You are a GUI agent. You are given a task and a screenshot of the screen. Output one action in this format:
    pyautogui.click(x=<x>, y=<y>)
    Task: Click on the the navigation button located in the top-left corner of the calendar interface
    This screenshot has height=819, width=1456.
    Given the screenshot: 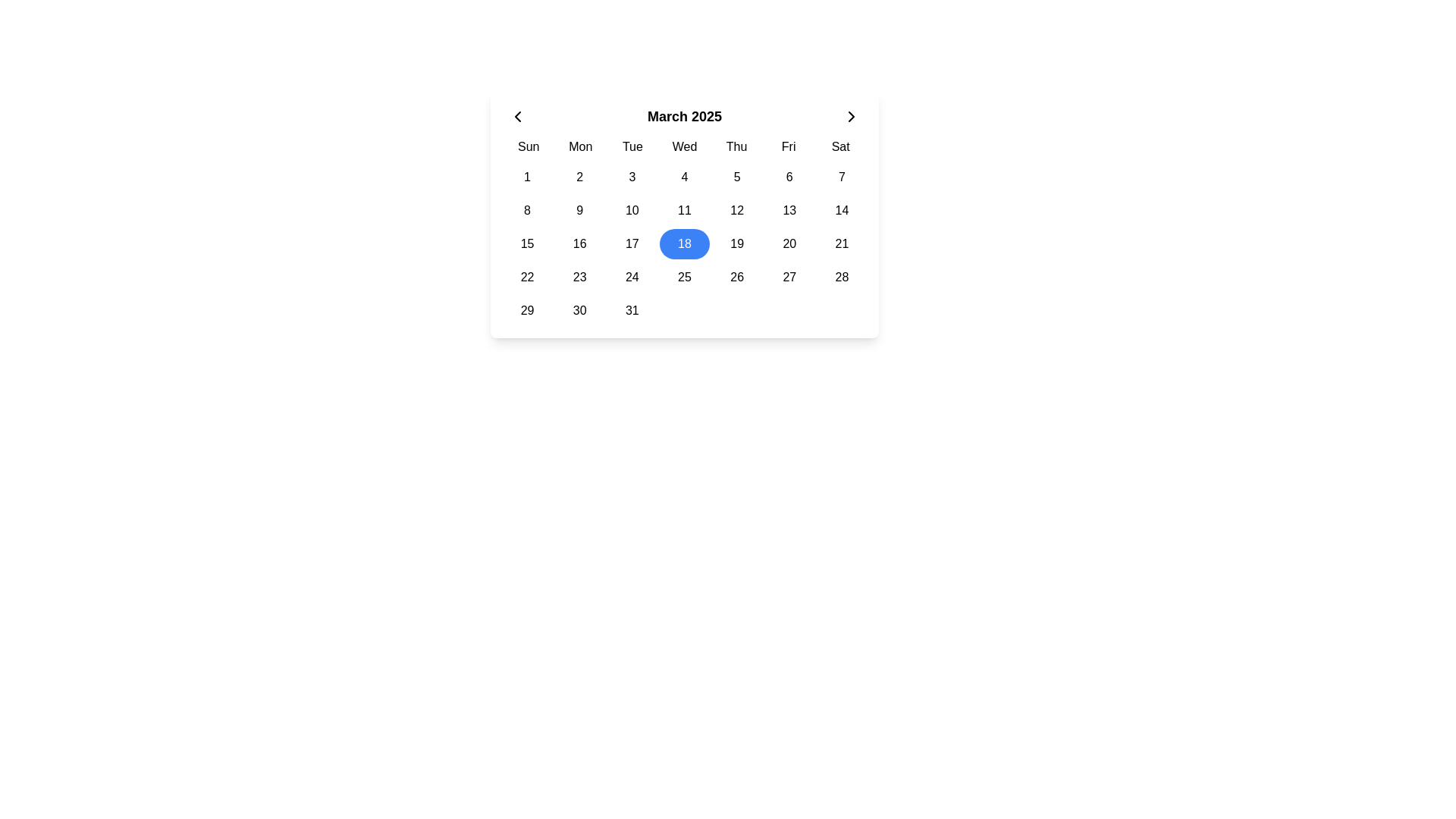 What is the action you would take?
    pyautogui.click(x=517, y=116)
    